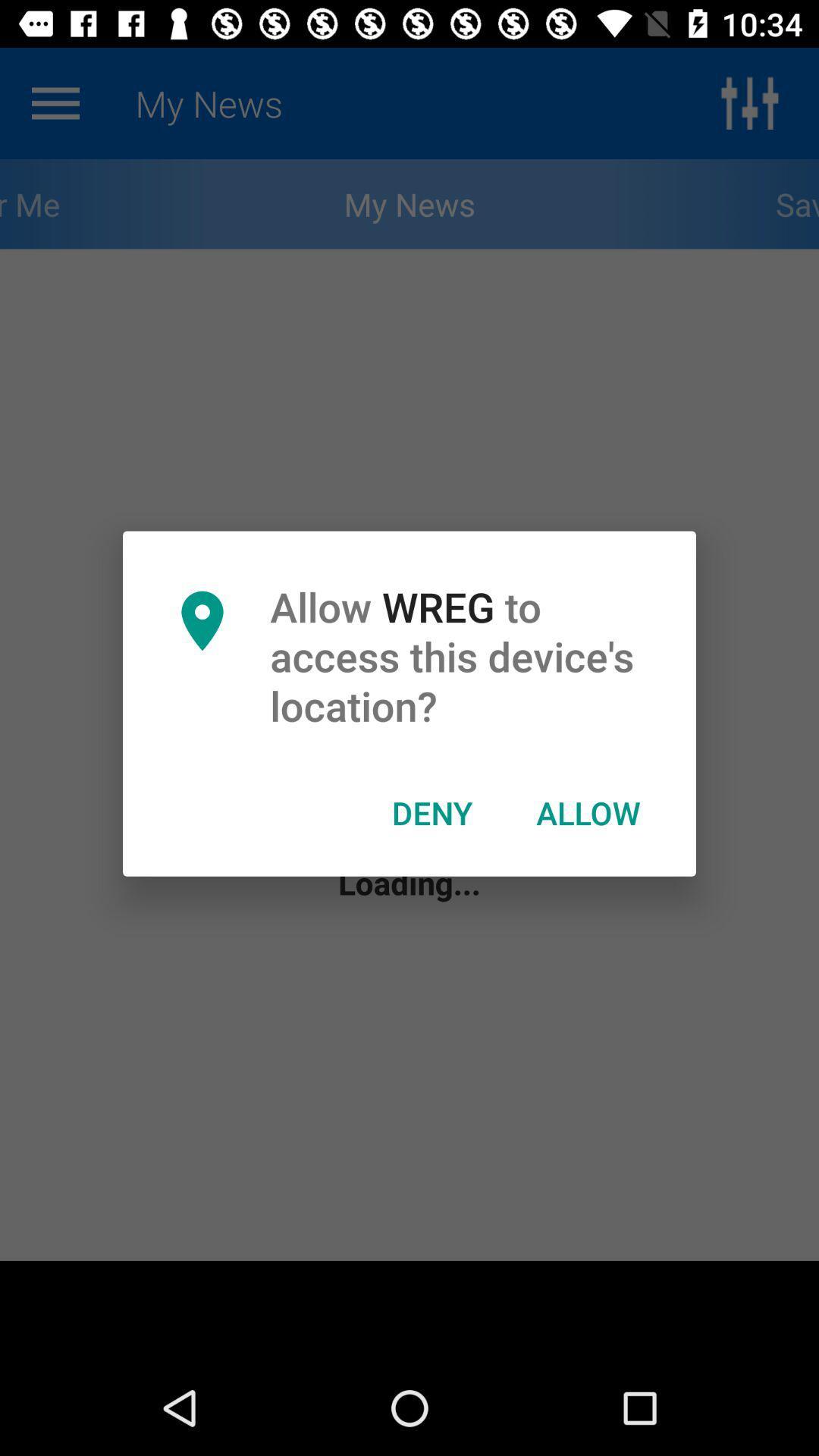 The height and width of the screenshot is (1456, 819). What do you see at coordinates (748, 102) in the screenshot?
I see `the sliders icon` at bounding box center [748, 102].